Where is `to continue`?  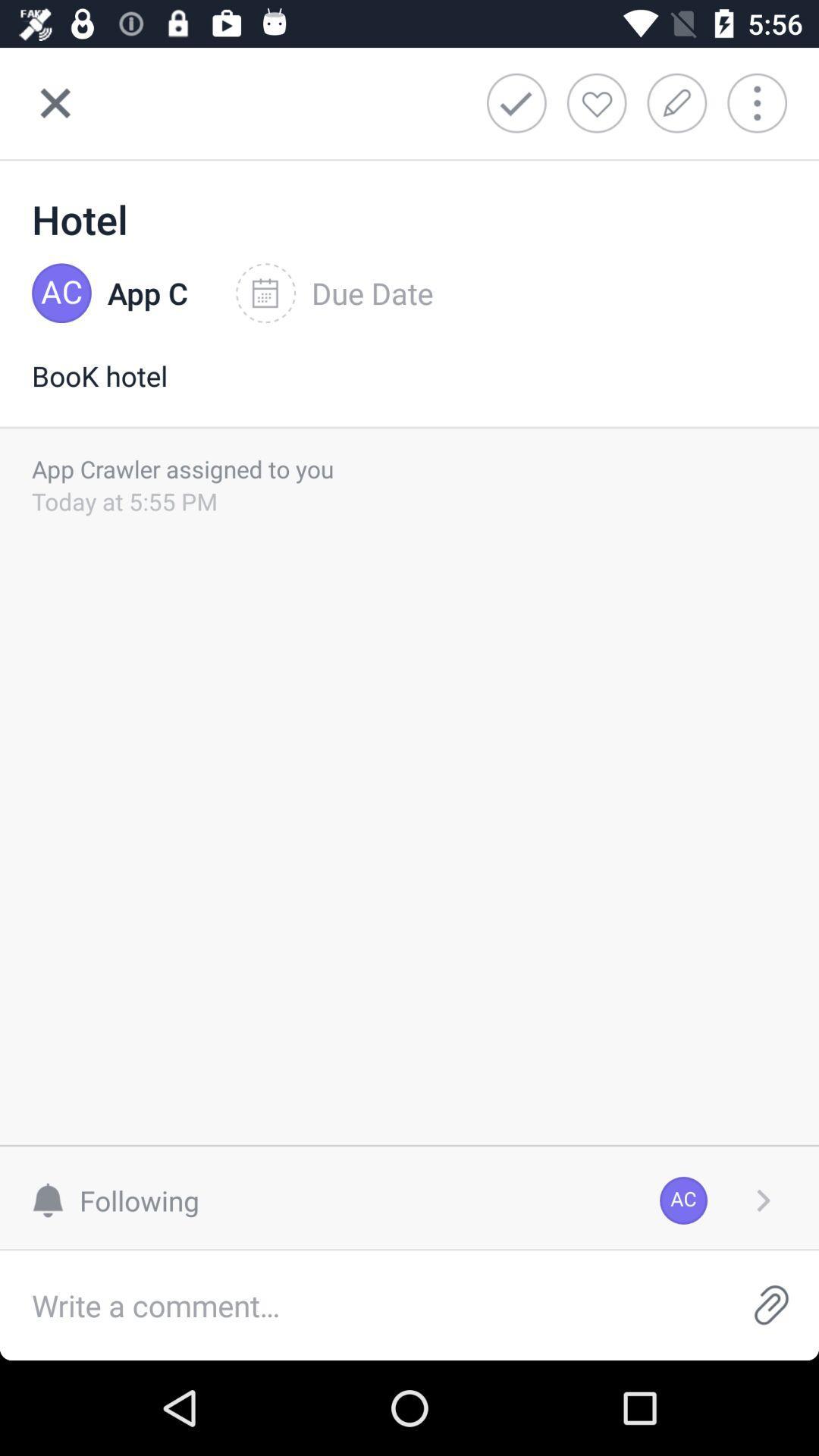 to continue is located at coordinates (763, 1200).